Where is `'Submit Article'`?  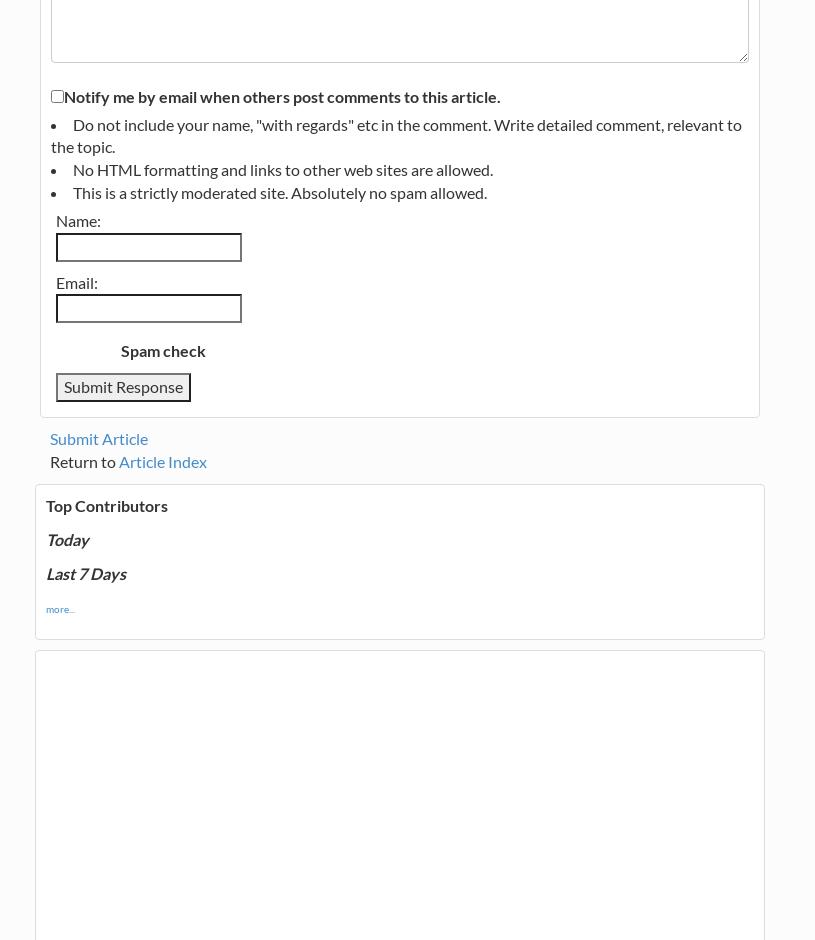 'Submit Article' is located at coordinates (98, 436).